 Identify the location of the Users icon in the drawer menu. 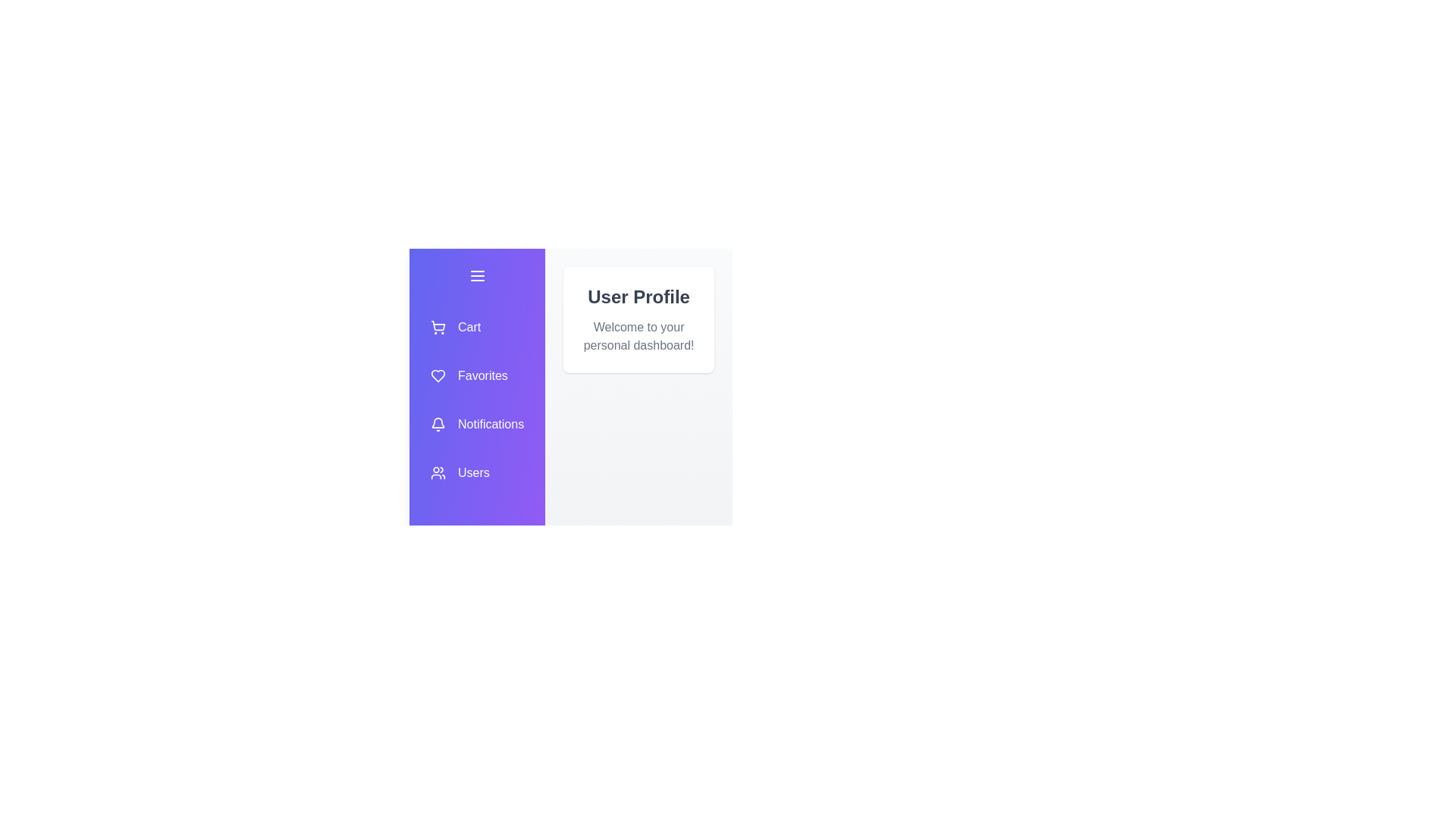
(476, 472).